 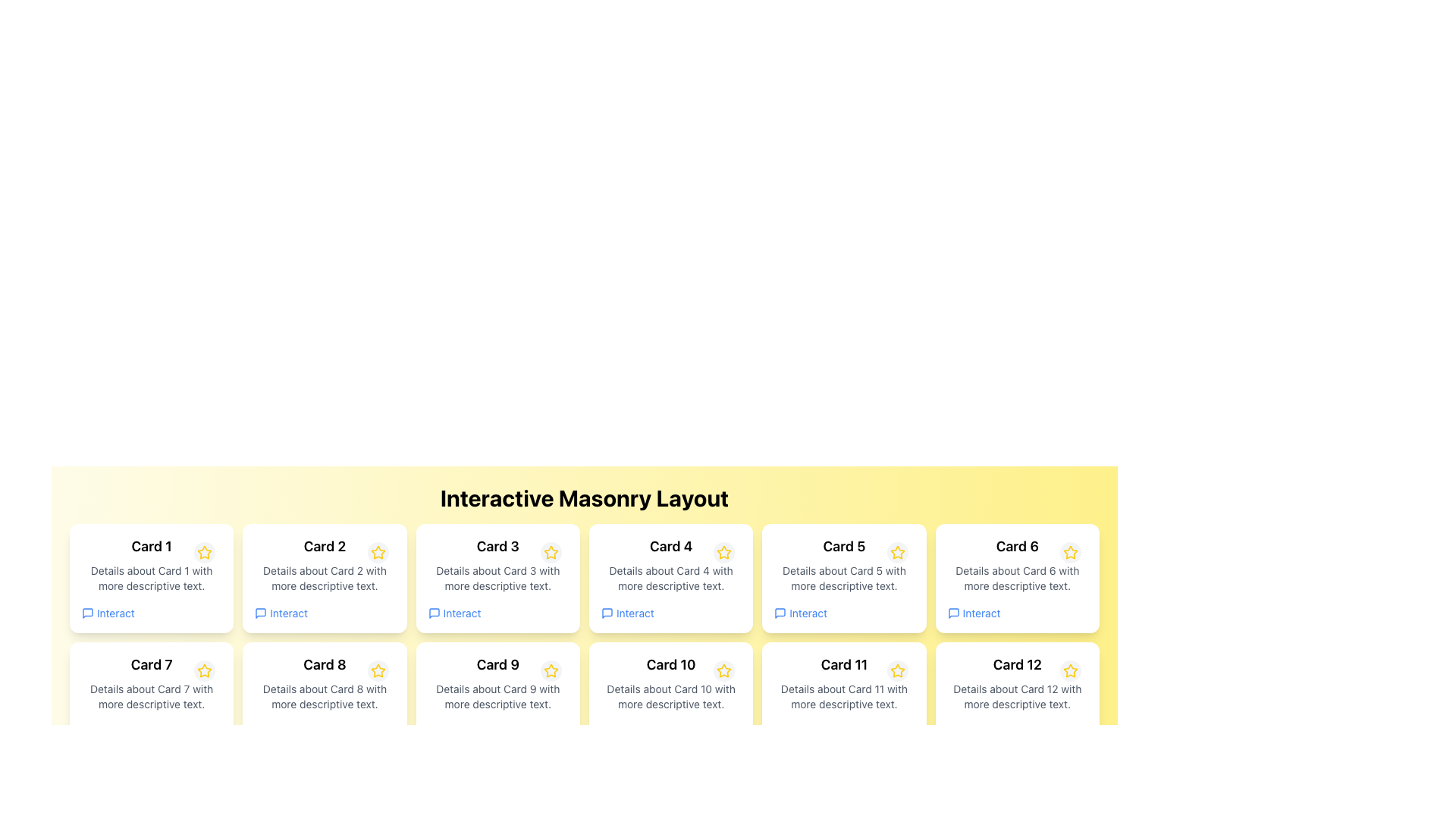 I want to click on the yellow five-point star icon located in the top-right corner of 'Card 12', positioned at the bottom-right corner of the layout grid, so click(x=1069, y=670).